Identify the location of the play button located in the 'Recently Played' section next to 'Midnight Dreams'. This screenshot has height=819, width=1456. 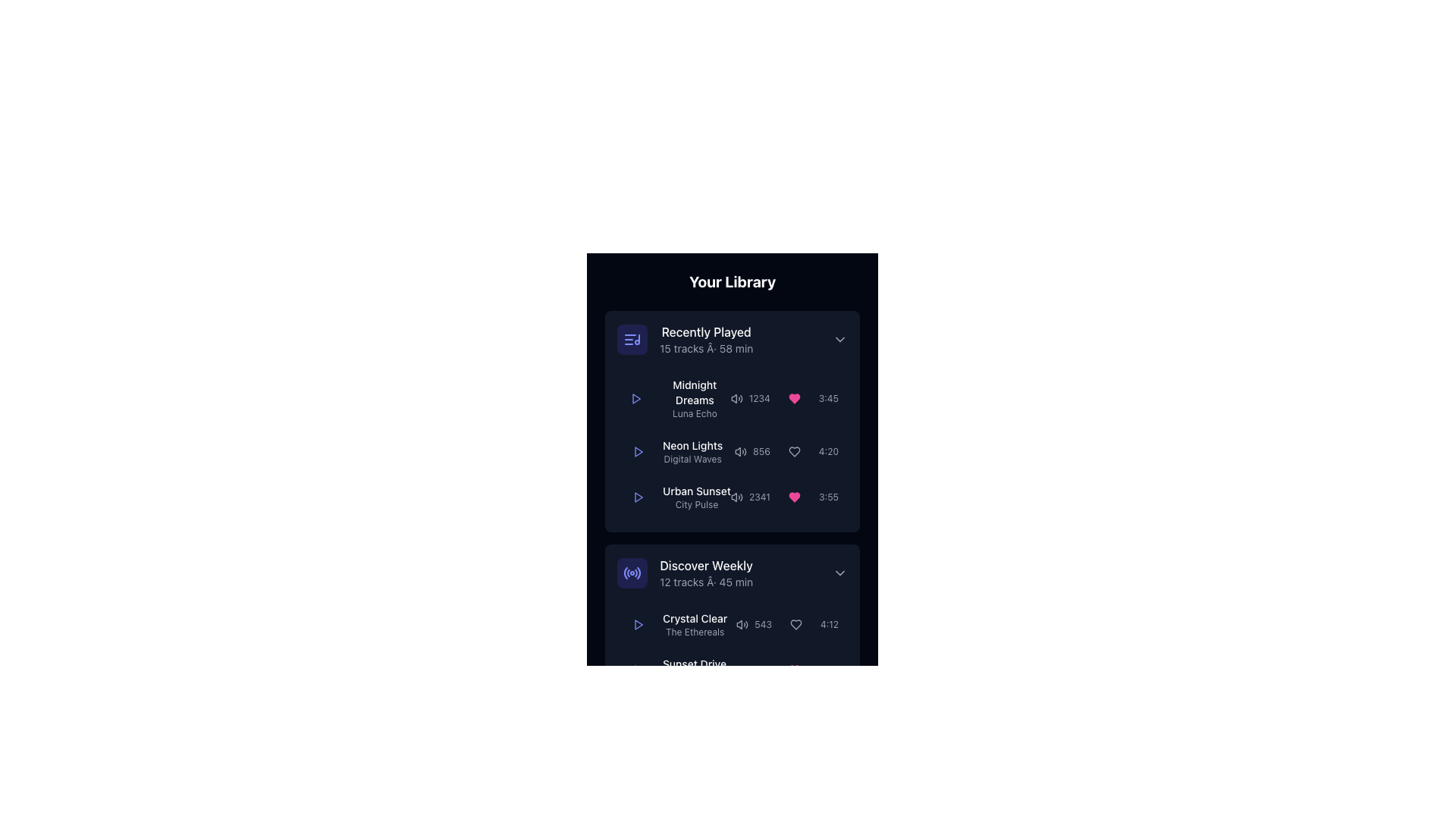
(636, 397).